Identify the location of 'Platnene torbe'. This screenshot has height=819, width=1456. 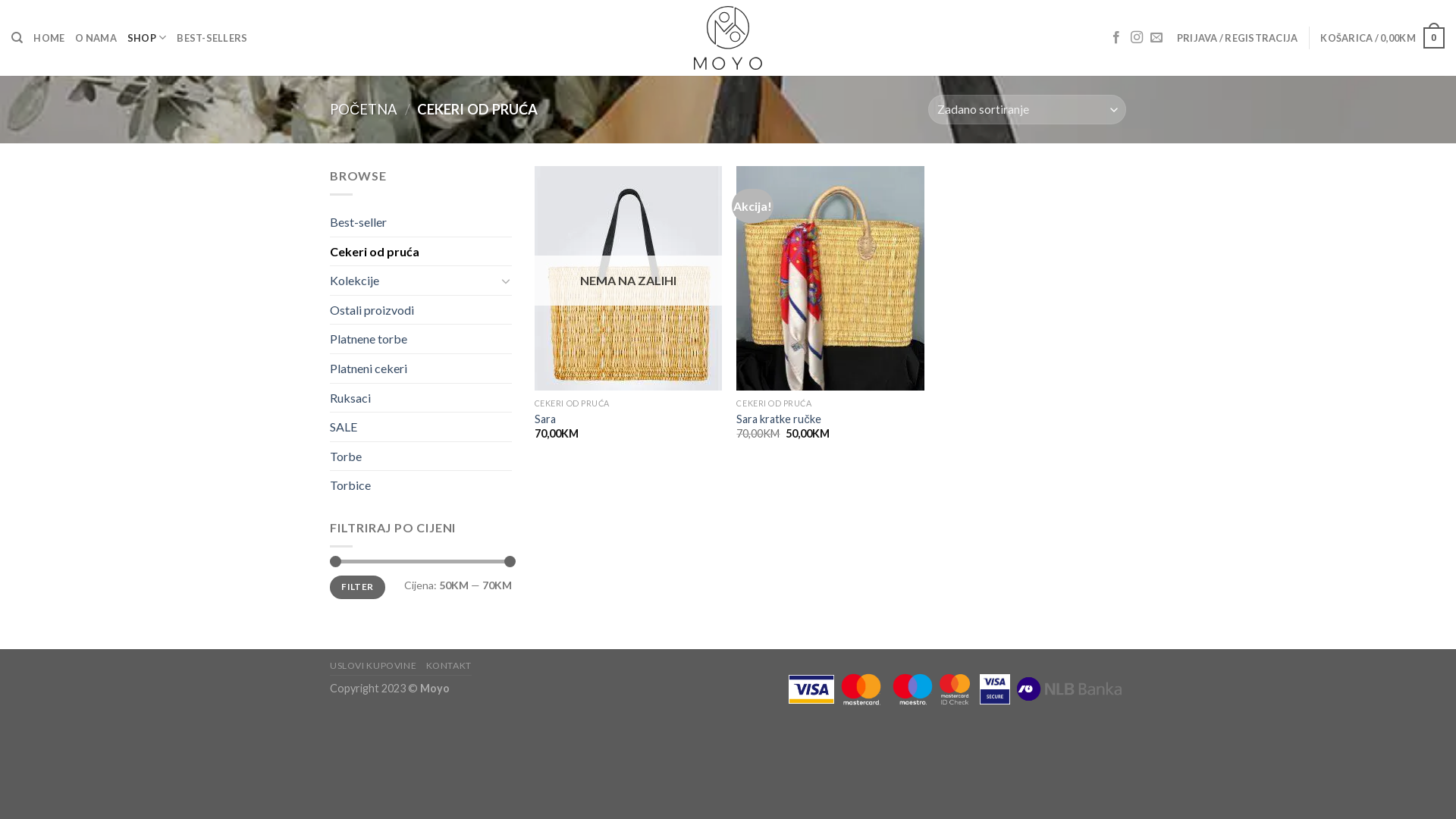
(329, 338).